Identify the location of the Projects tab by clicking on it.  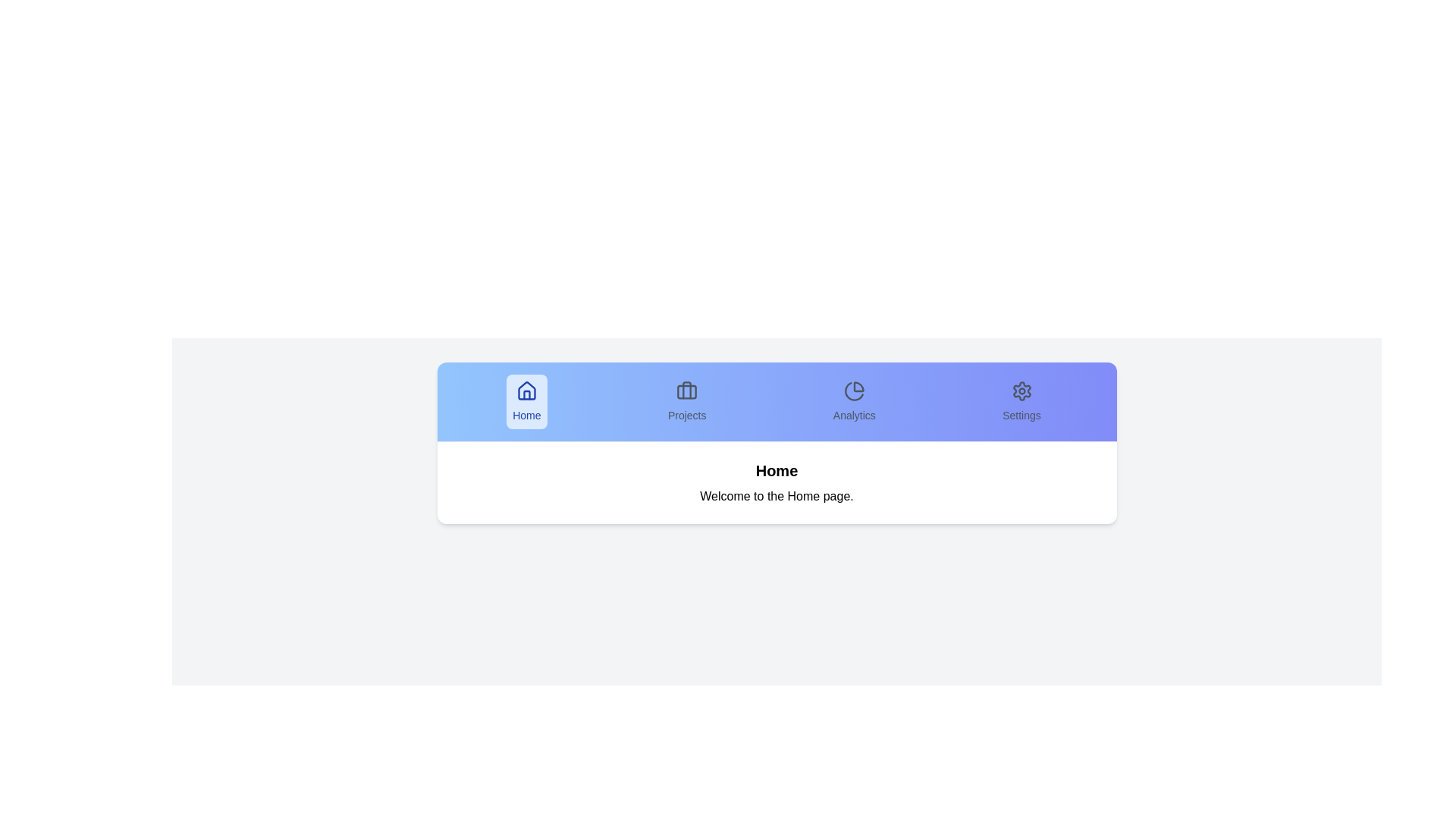
(686, 400).